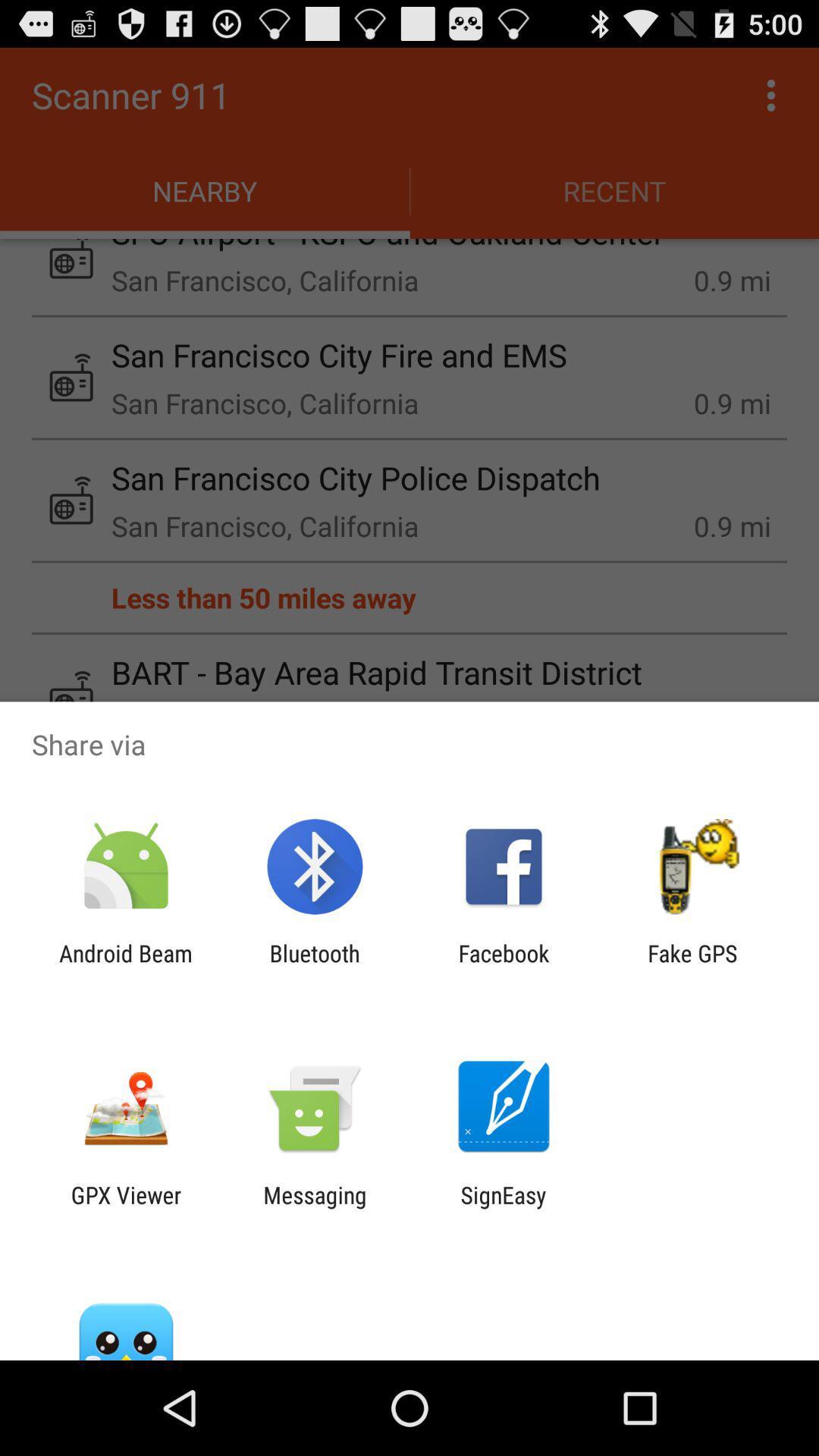  I want to click on the icon next to the facebook icon, so click(692, 966).